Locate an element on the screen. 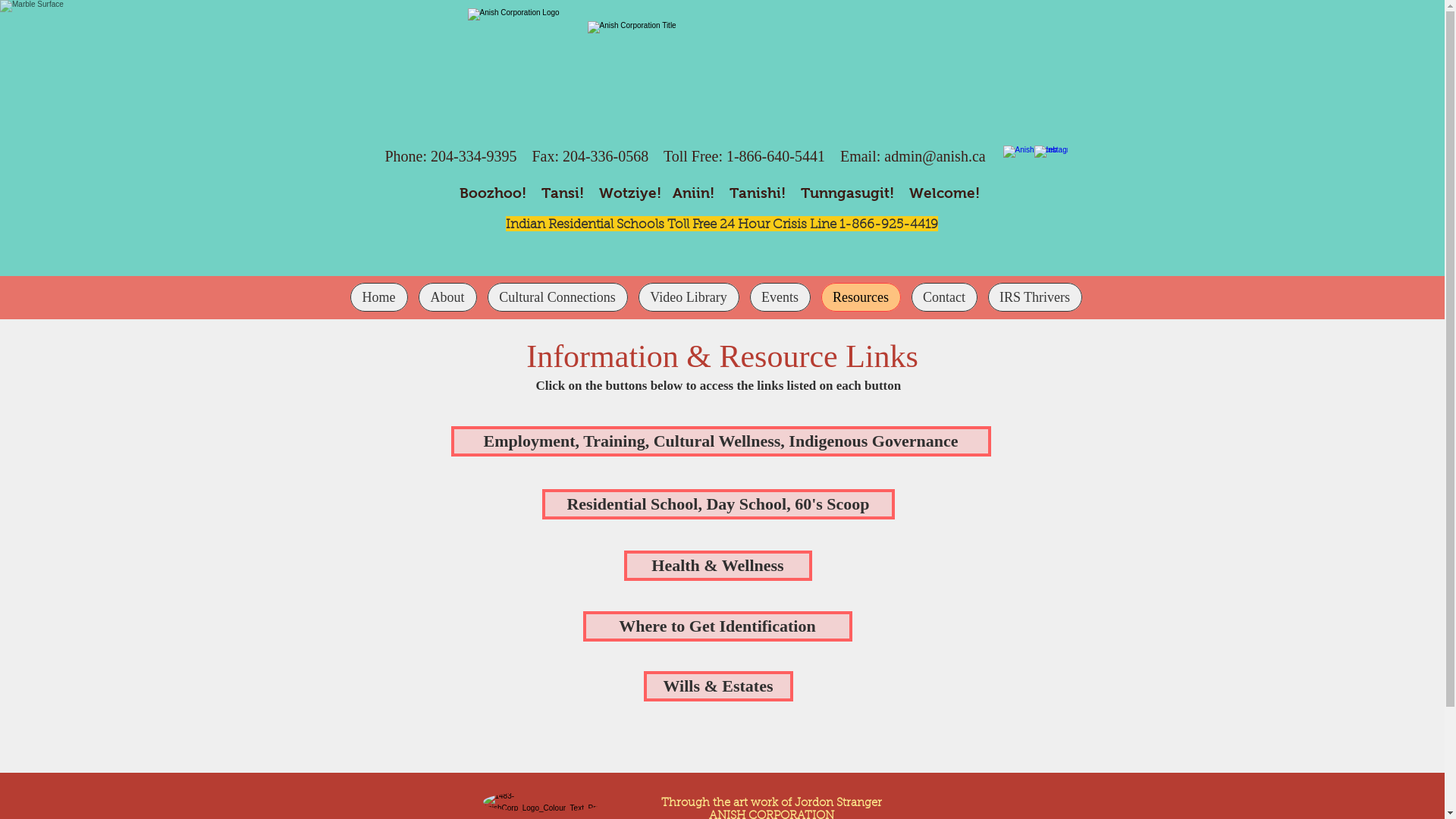 Image resolution: width=1456 pixels, height=819 pixels. 'admin@anish.ca' is located at coordinates (934, 155).